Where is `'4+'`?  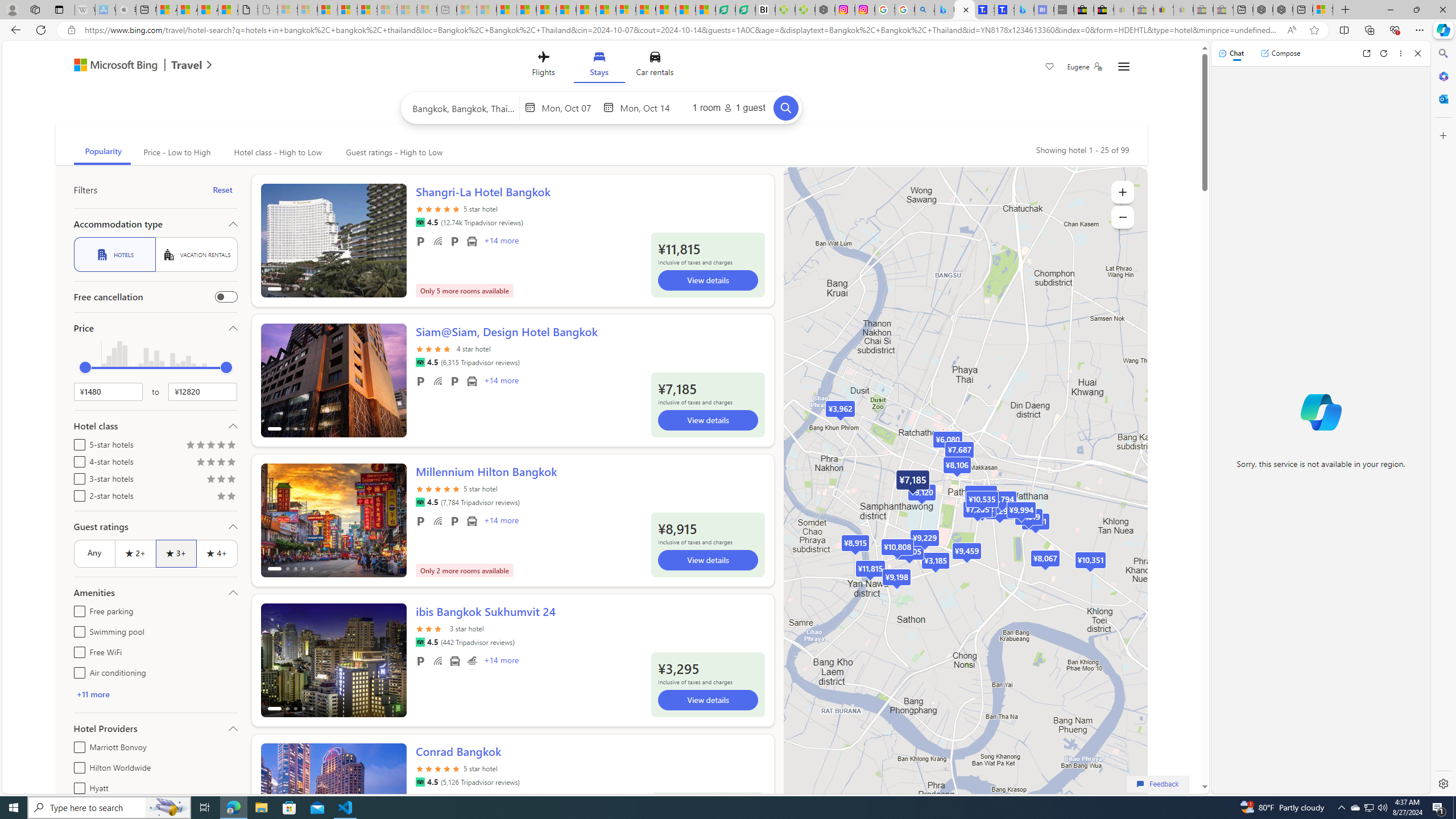 '4+' is located at coordinates (216, 553).